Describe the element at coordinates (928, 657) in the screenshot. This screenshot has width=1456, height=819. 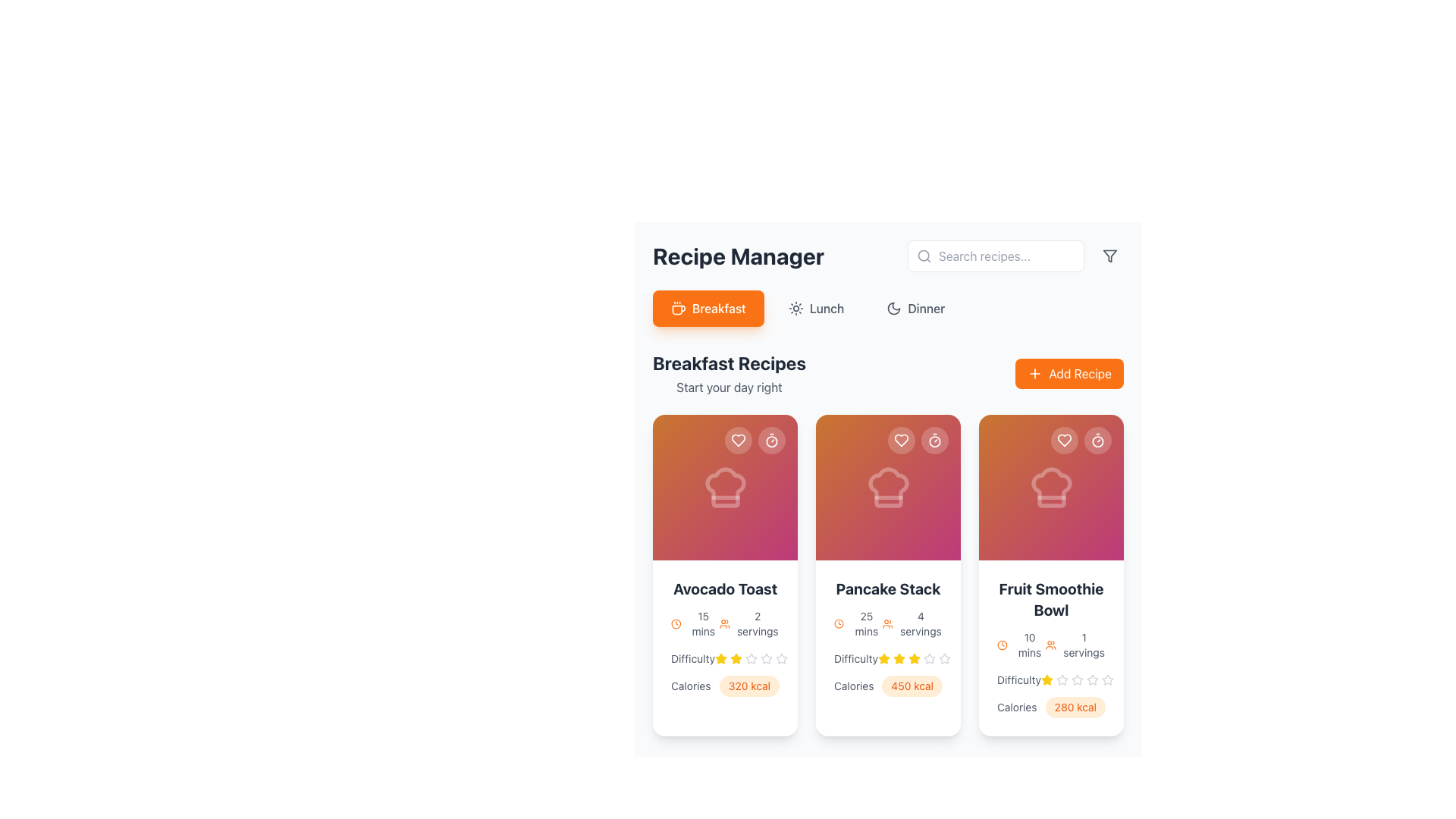
I see `the fifth star icon` at that location.